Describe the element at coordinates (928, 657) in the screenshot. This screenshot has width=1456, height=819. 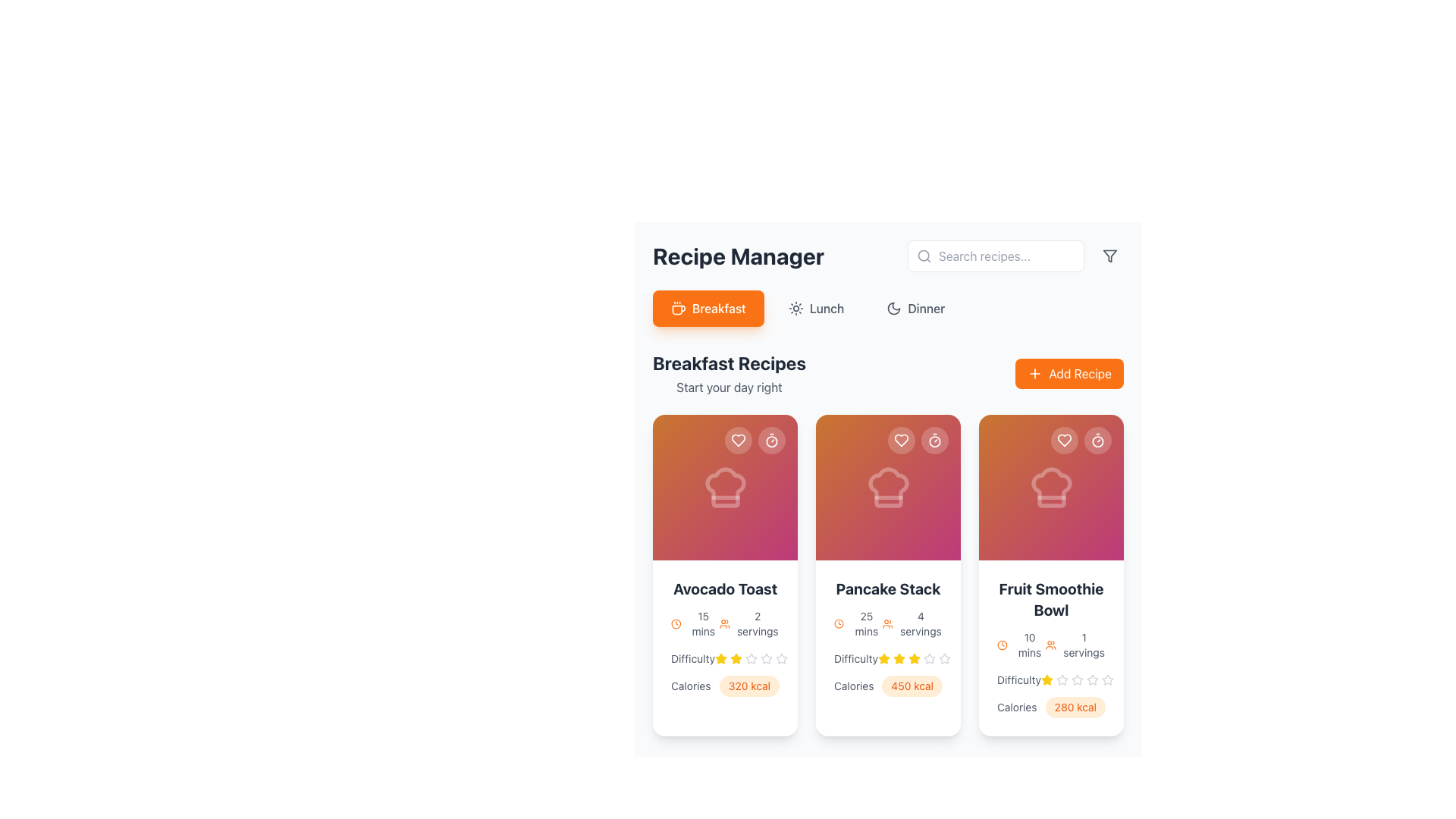
I see `the fifth star icon` at that location.